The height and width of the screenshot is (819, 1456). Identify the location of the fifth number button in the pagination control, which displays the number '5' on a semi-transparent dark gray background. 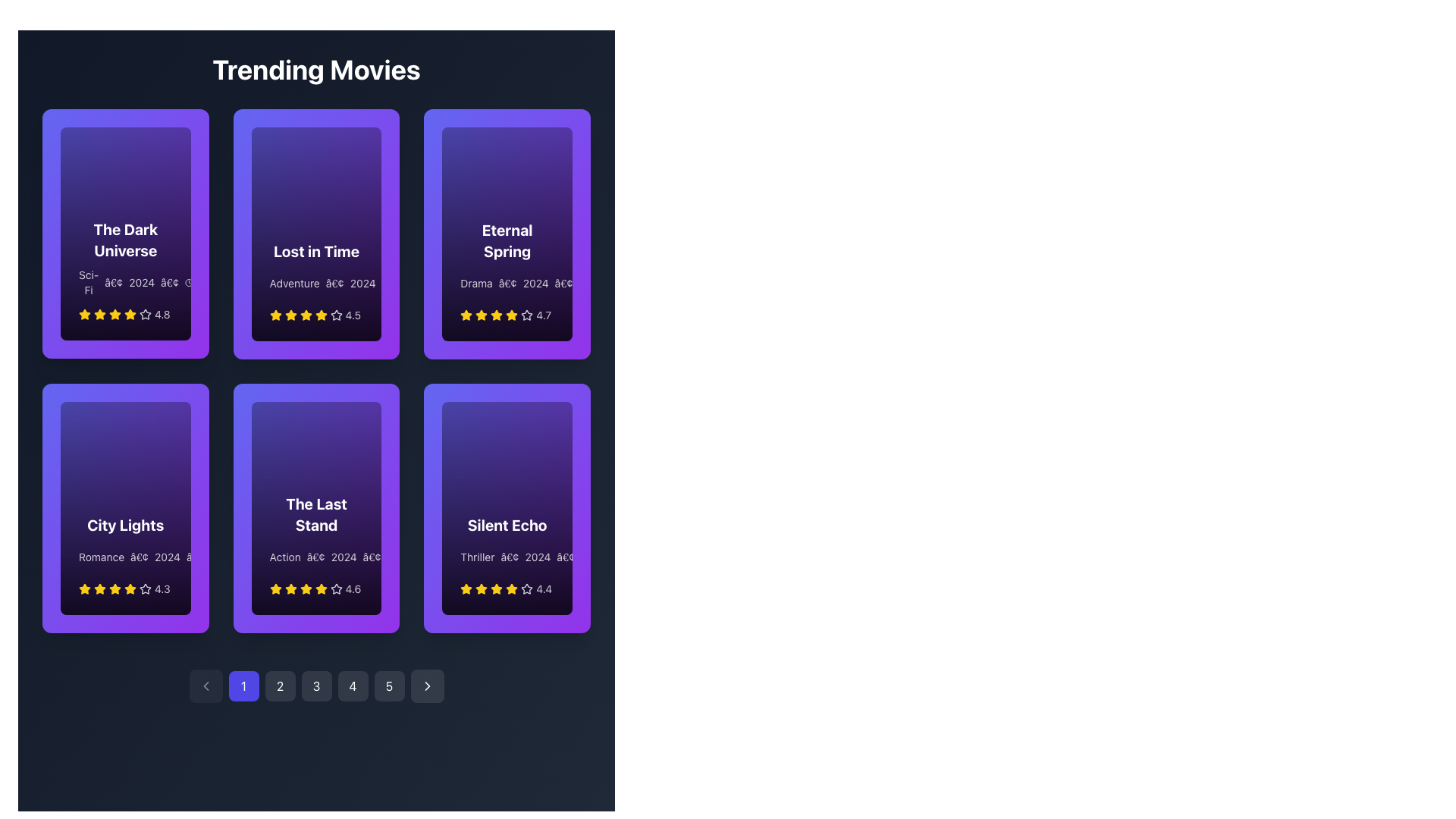
(389, 686).